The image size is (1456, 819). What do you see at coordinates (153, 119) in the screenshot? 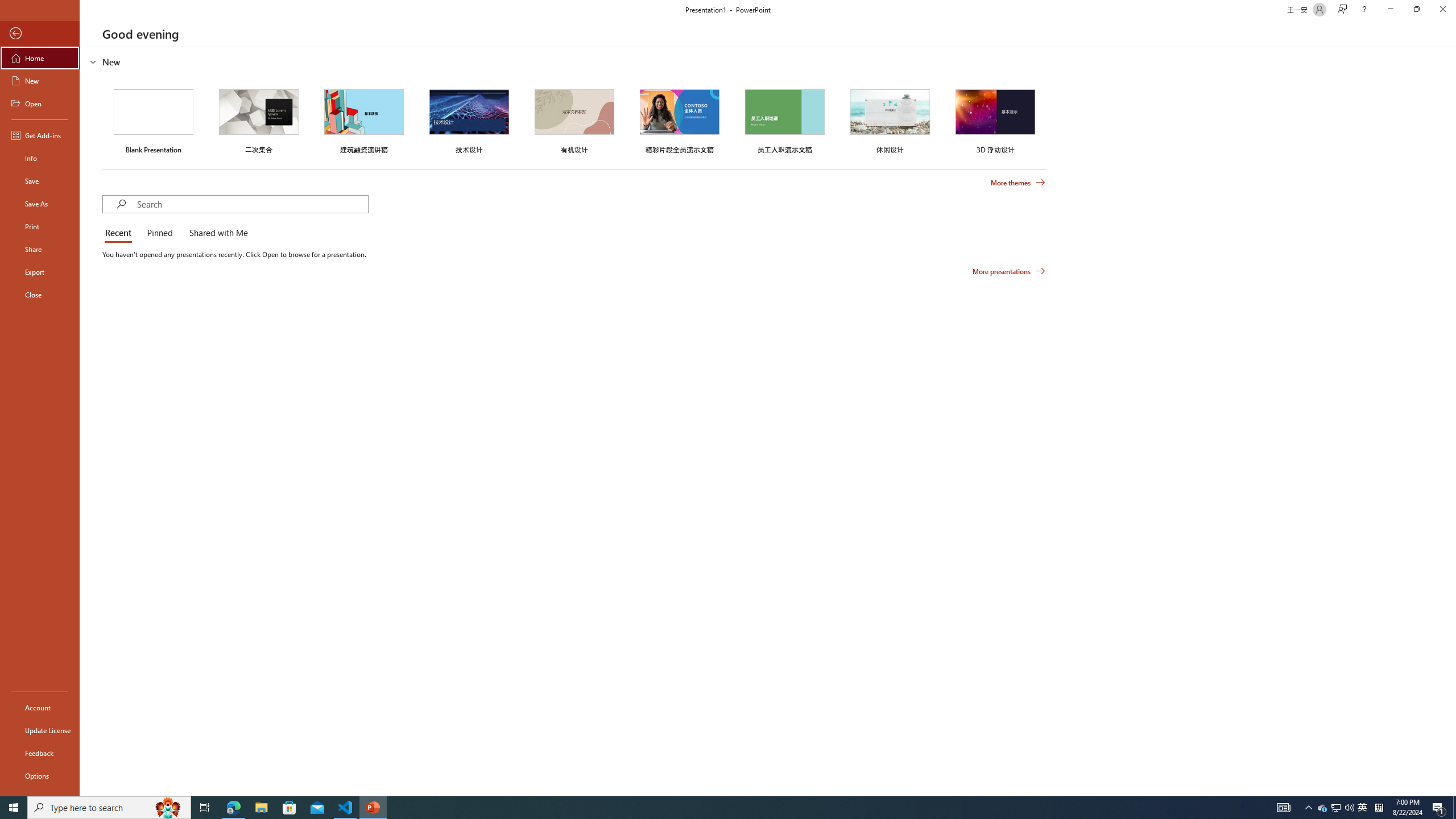
I see `'Blank Presentation'` at bounding box center [153, 119].